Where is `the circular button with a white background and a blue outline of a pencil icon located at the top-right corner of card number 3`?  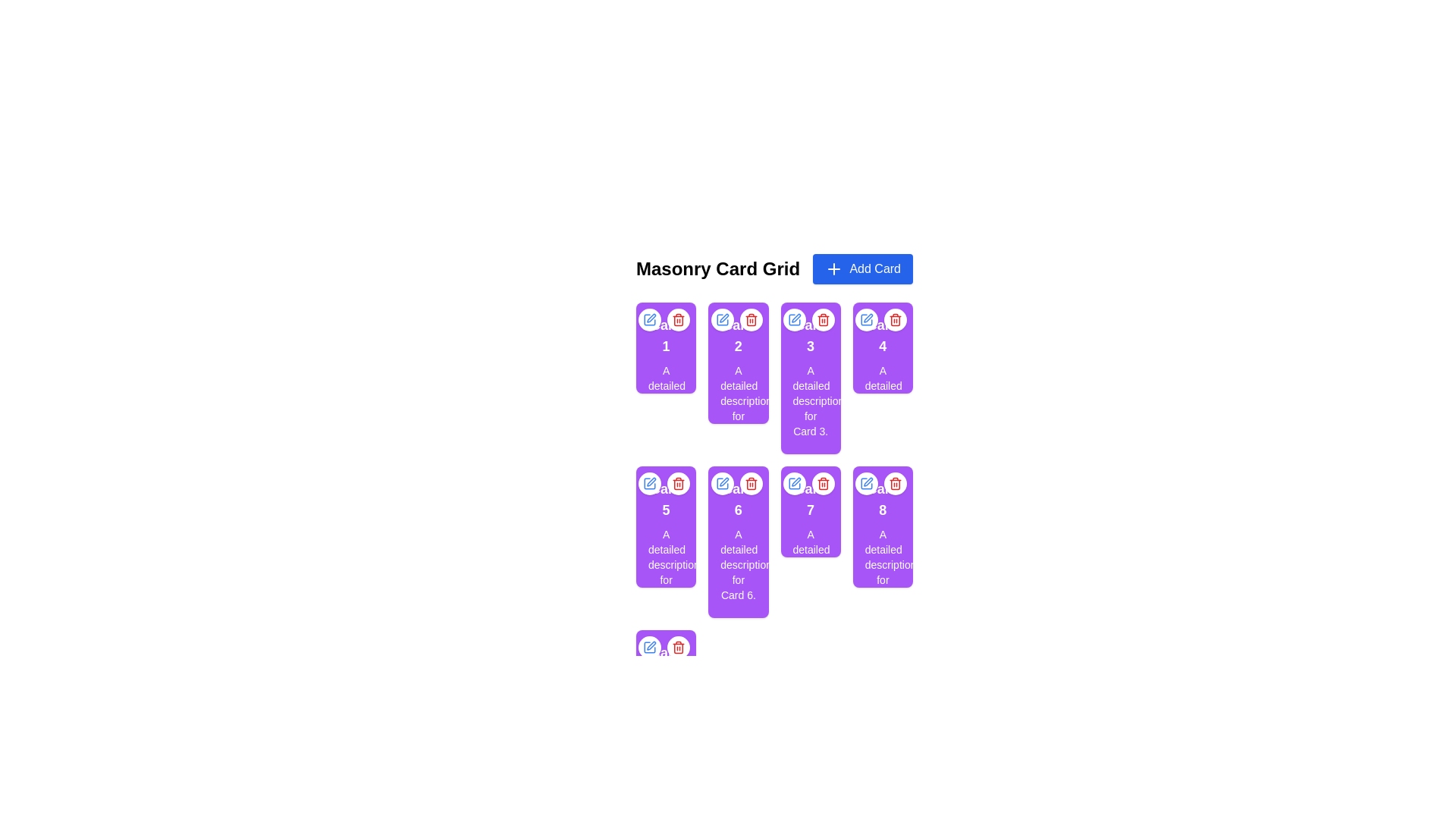
the circular button with a white background and a blue outline of a pencil icon located at the top-right corner of card number 3 is located at coordinates (793, 318).